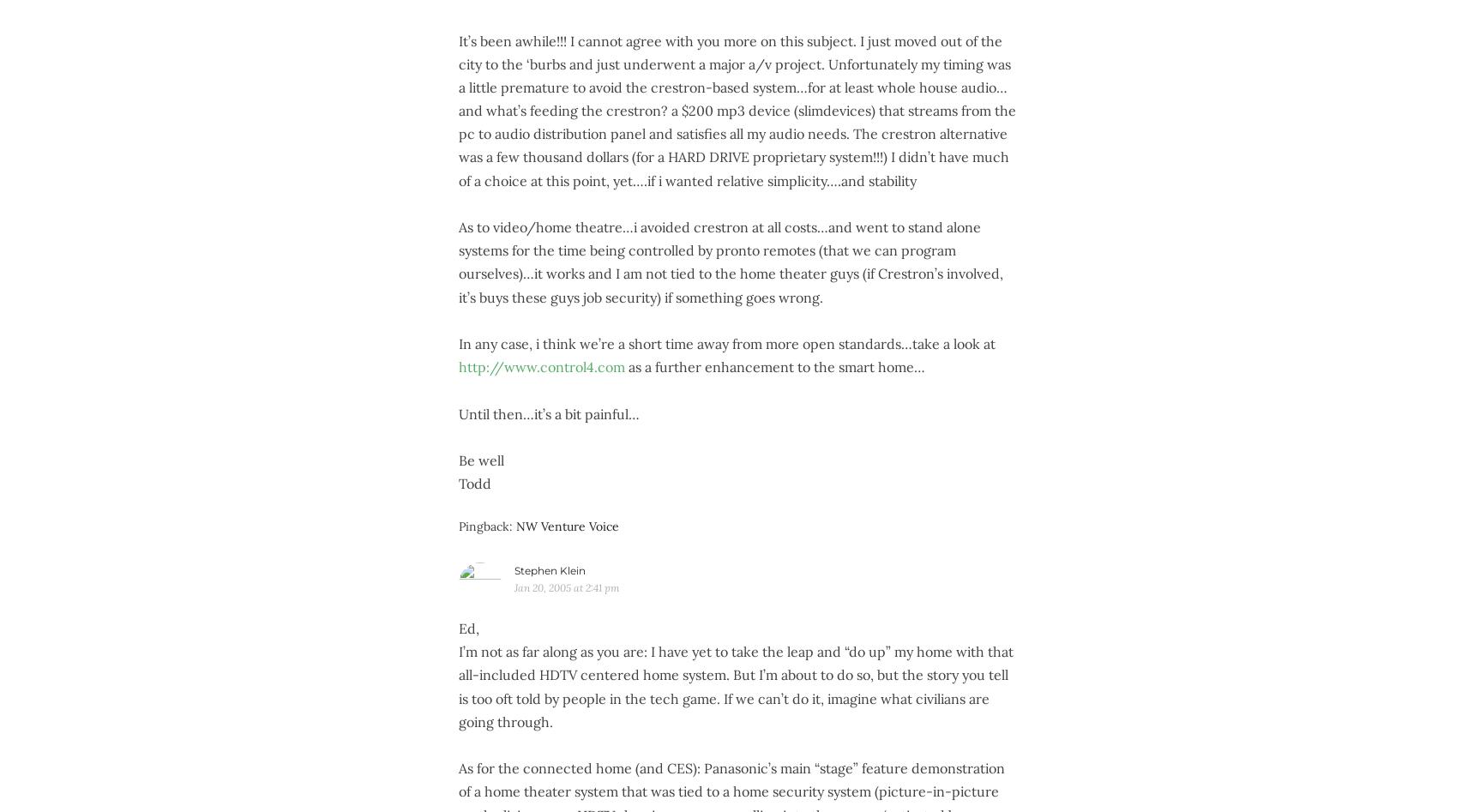  I want to click on 'Until then…it’s a bit painful…', so click(547, 412).